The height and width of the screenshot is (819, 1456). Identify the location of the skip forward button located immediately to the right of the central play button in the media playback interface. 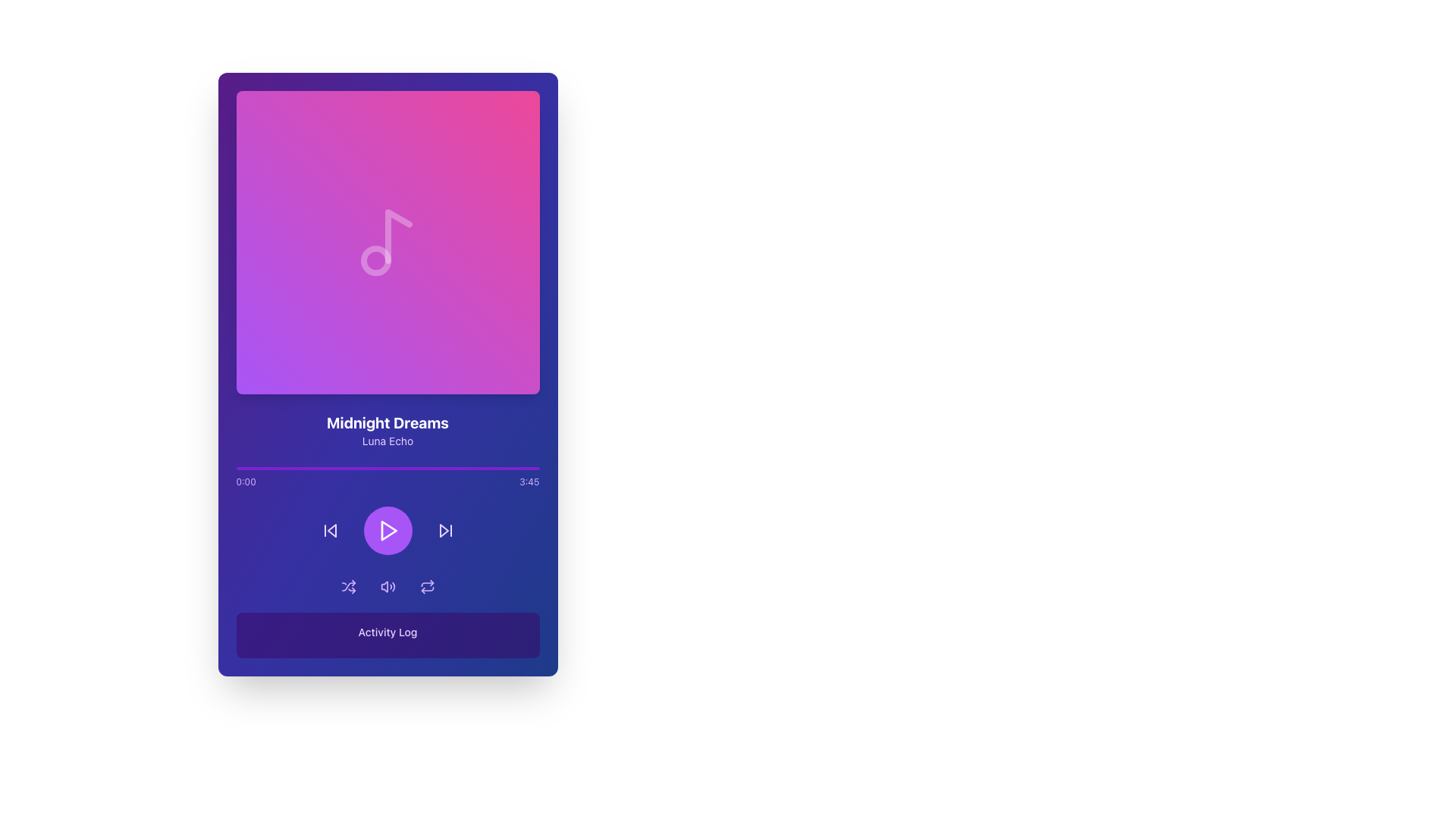
(444, 529).